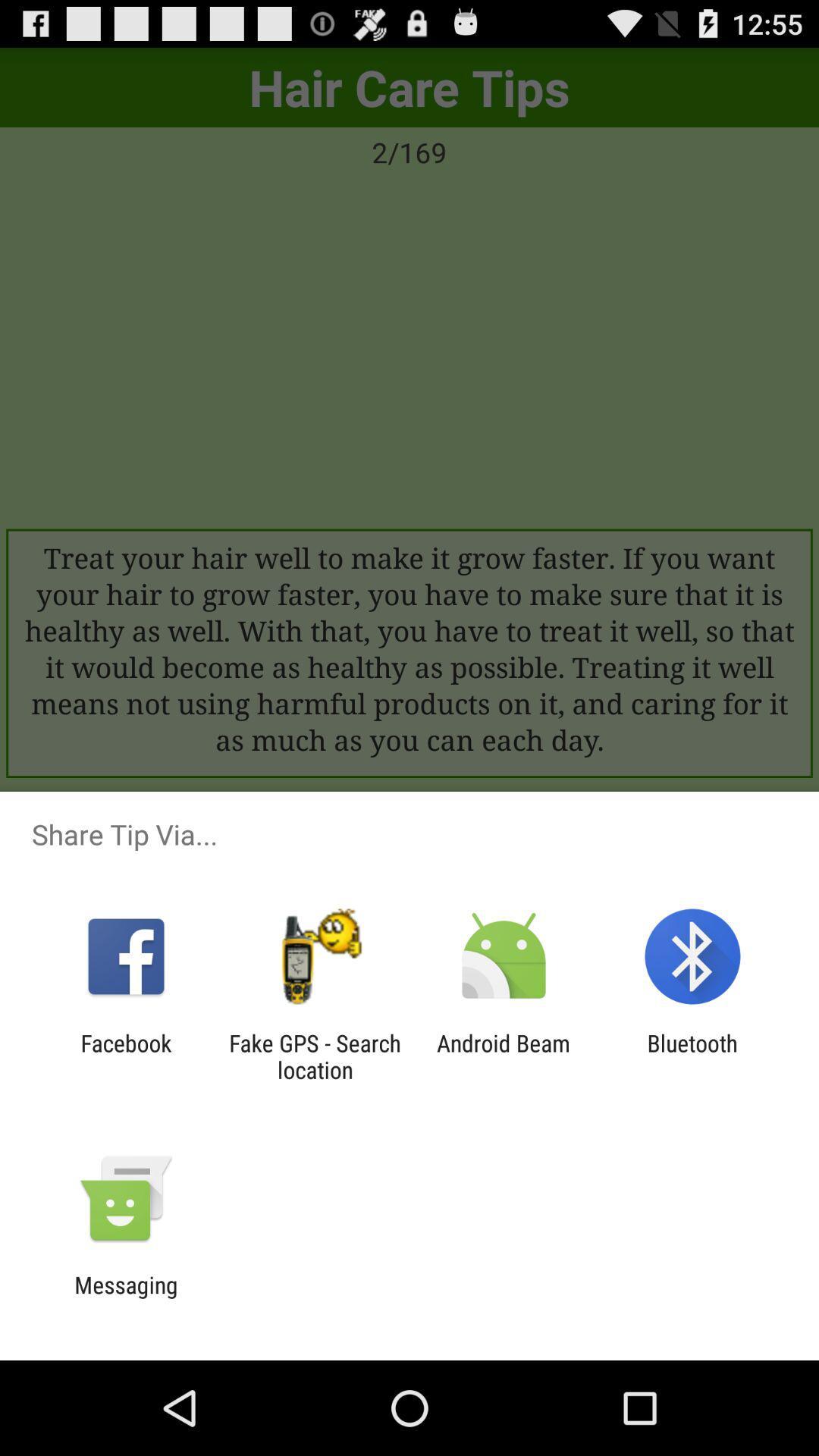  What do you see at coordinates (504, 1056) in the screenshot?
I see `item next to bluetooth item` at bounding box center [504, 1056].